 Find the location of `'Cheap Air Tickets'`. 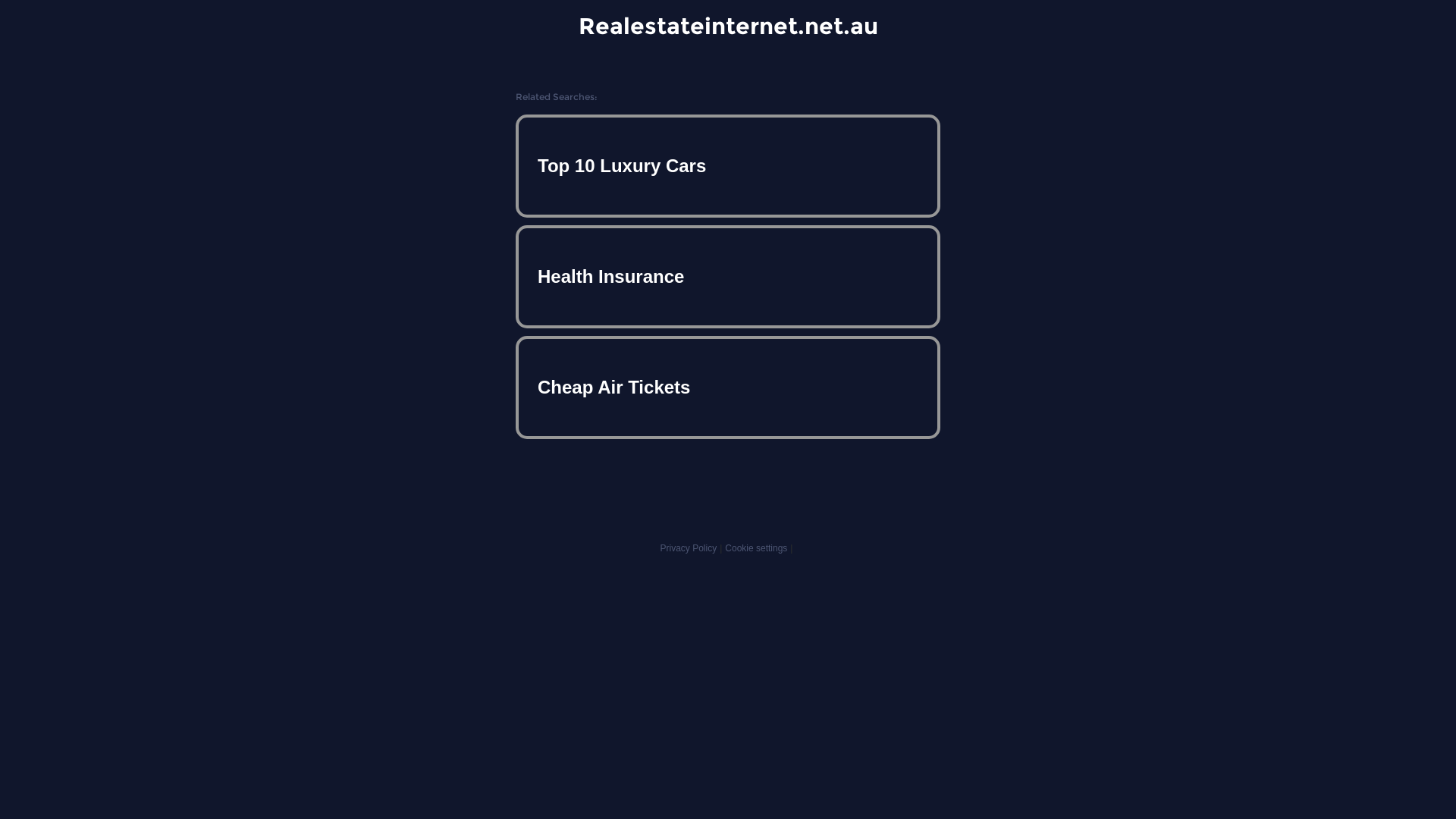

'Cheap Air Tickets' is located at coordinates (728, 386).